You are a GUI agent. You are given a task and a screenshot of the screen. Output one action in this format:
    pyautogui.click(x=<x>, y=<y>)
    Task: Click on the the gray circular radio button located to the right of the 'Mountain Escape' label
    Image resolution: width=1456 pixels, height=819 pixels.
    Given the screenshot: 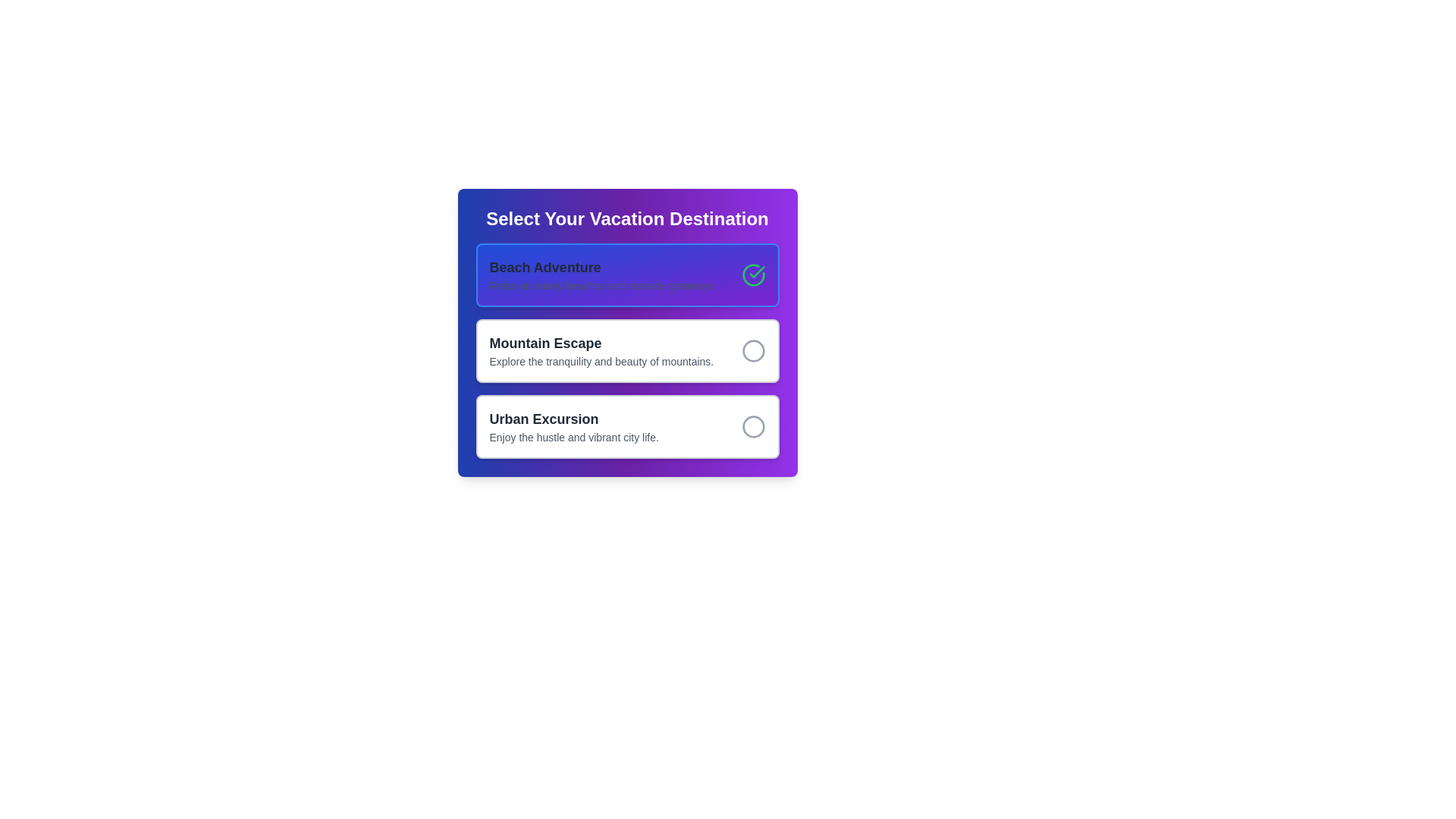 What is the action you would take?
    pyautogui.click(x=753, y=350)
    